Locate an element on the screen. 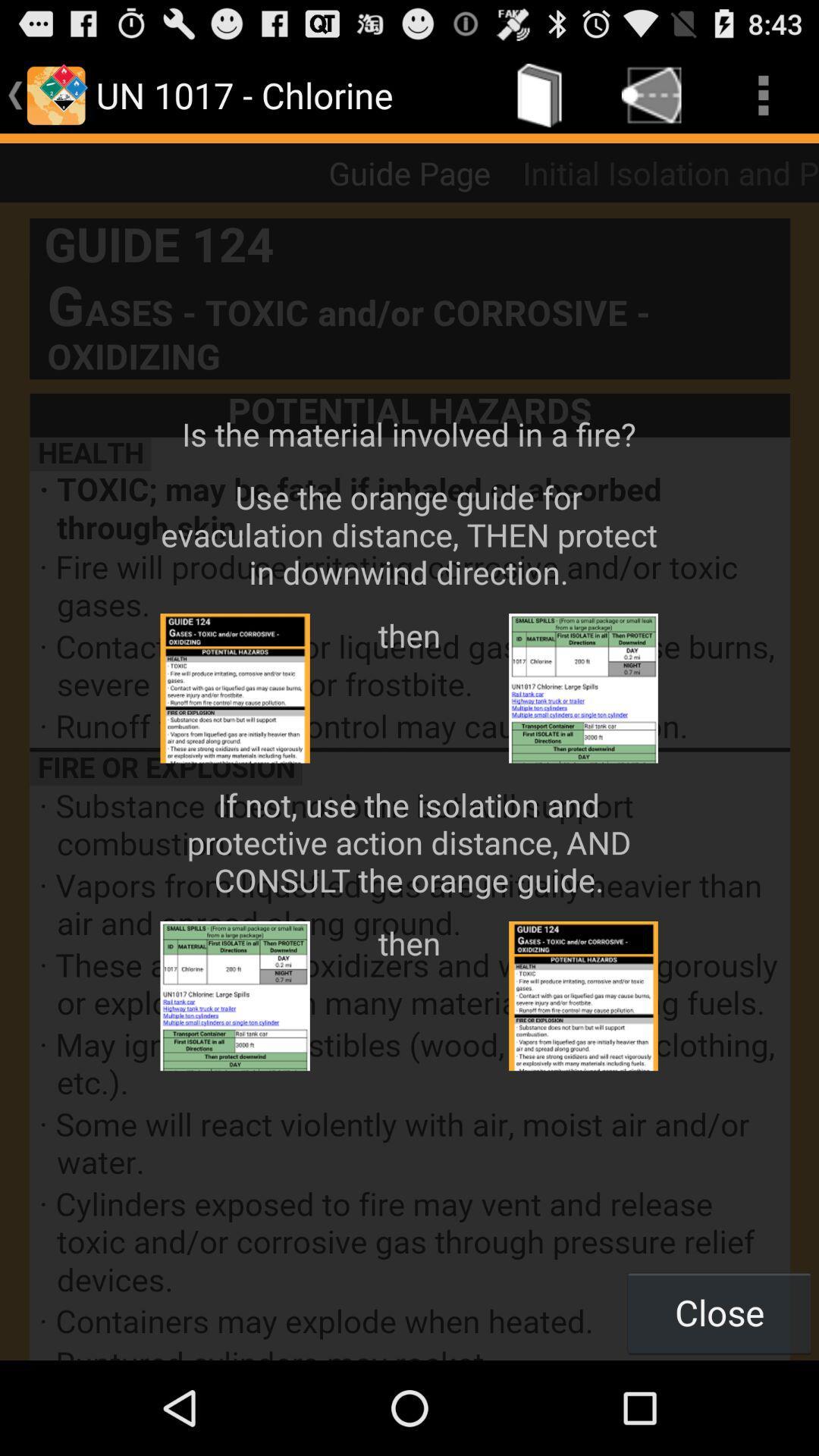  the icon at to left is located at coordinates (55, 94).